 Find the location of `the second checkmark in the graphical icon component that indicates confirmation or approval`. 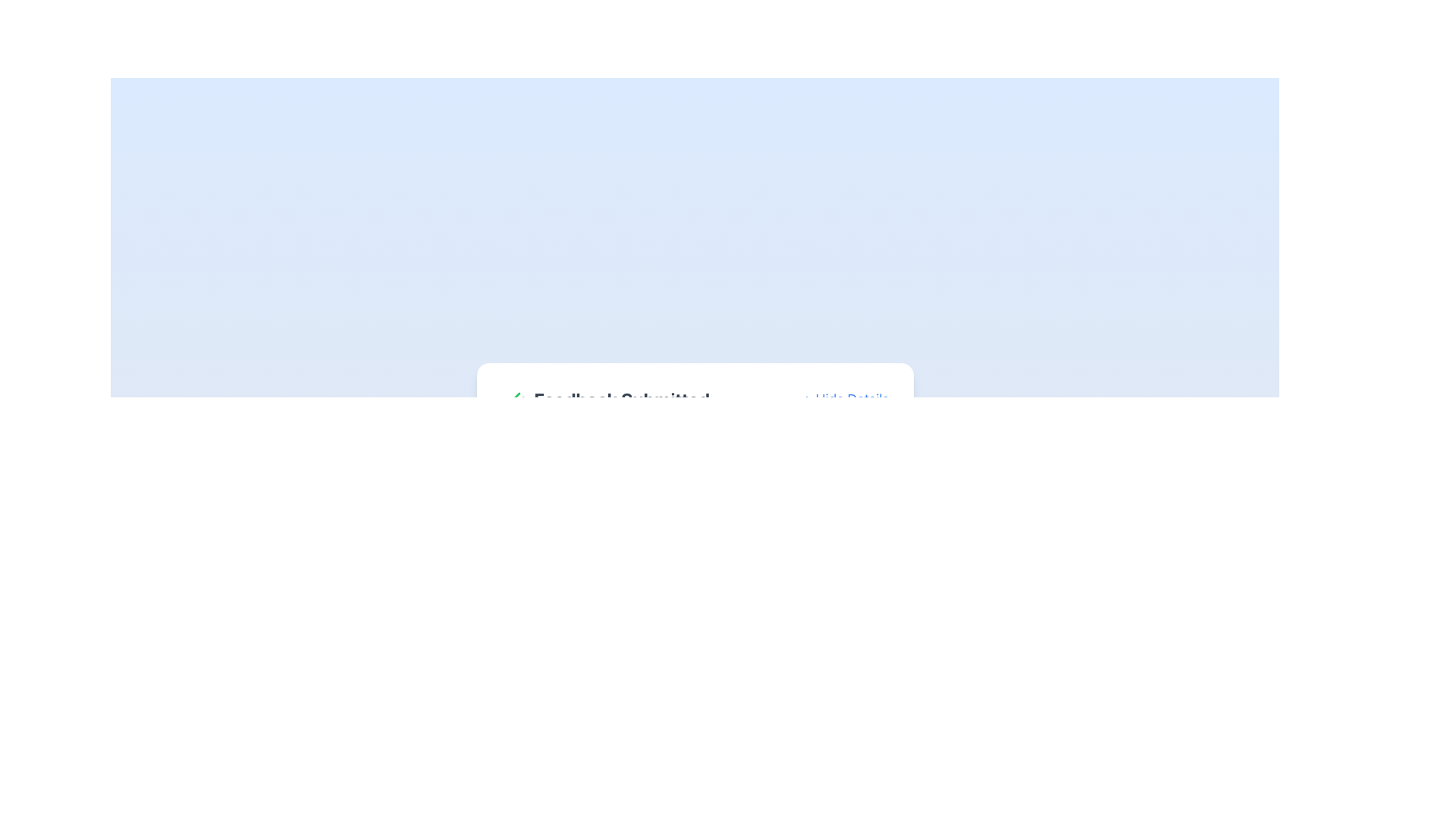

the second checkmark in the graphical icon component that indicates confirmation or approval is located at coordinates (518, 400).